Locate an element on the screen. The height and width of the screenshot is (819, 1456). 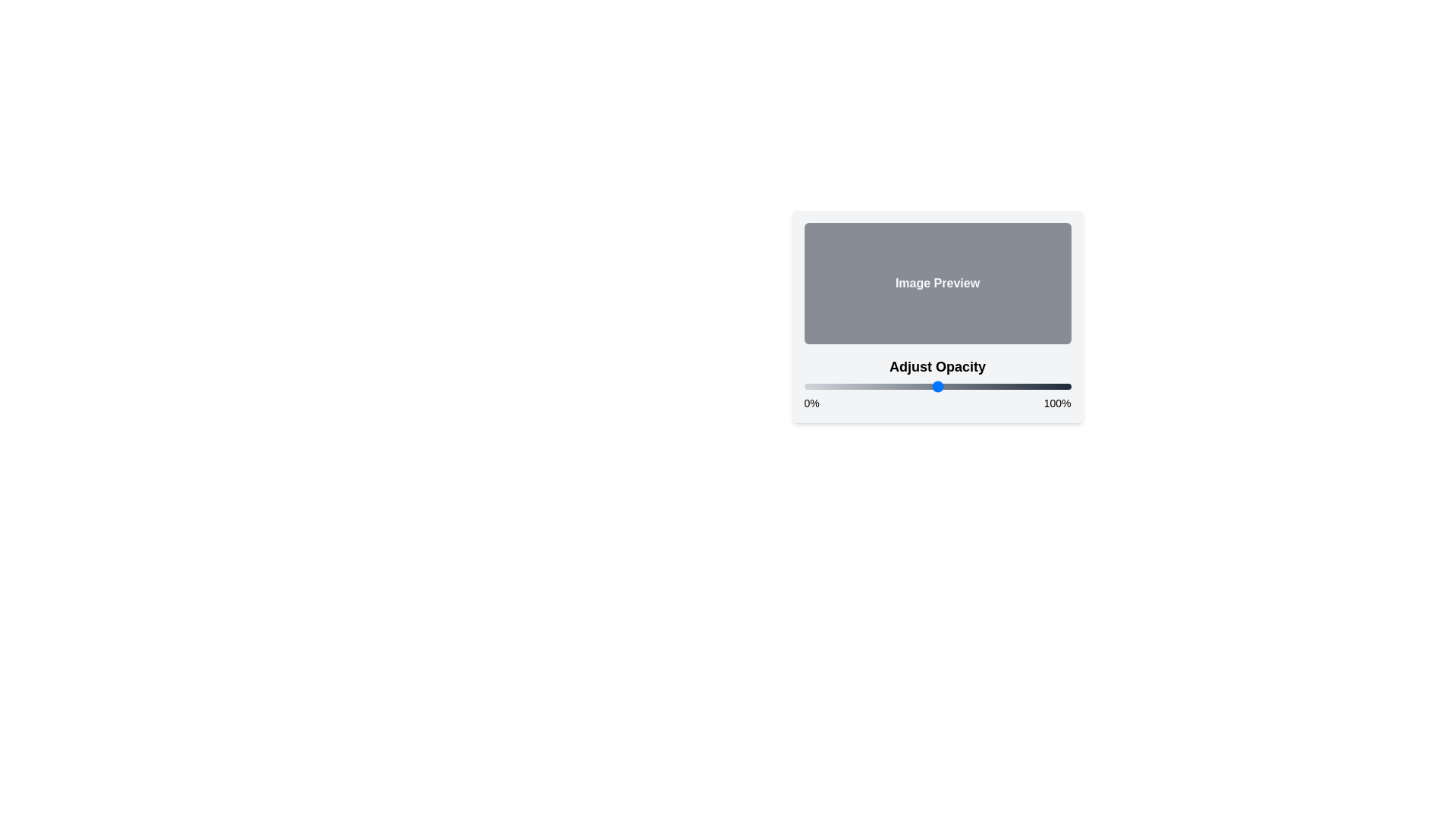
the text-based label component displaying '0%' and '100%' located directly below the 'Adjust Opacity' gradient slider is located at coordinates (937, 403).